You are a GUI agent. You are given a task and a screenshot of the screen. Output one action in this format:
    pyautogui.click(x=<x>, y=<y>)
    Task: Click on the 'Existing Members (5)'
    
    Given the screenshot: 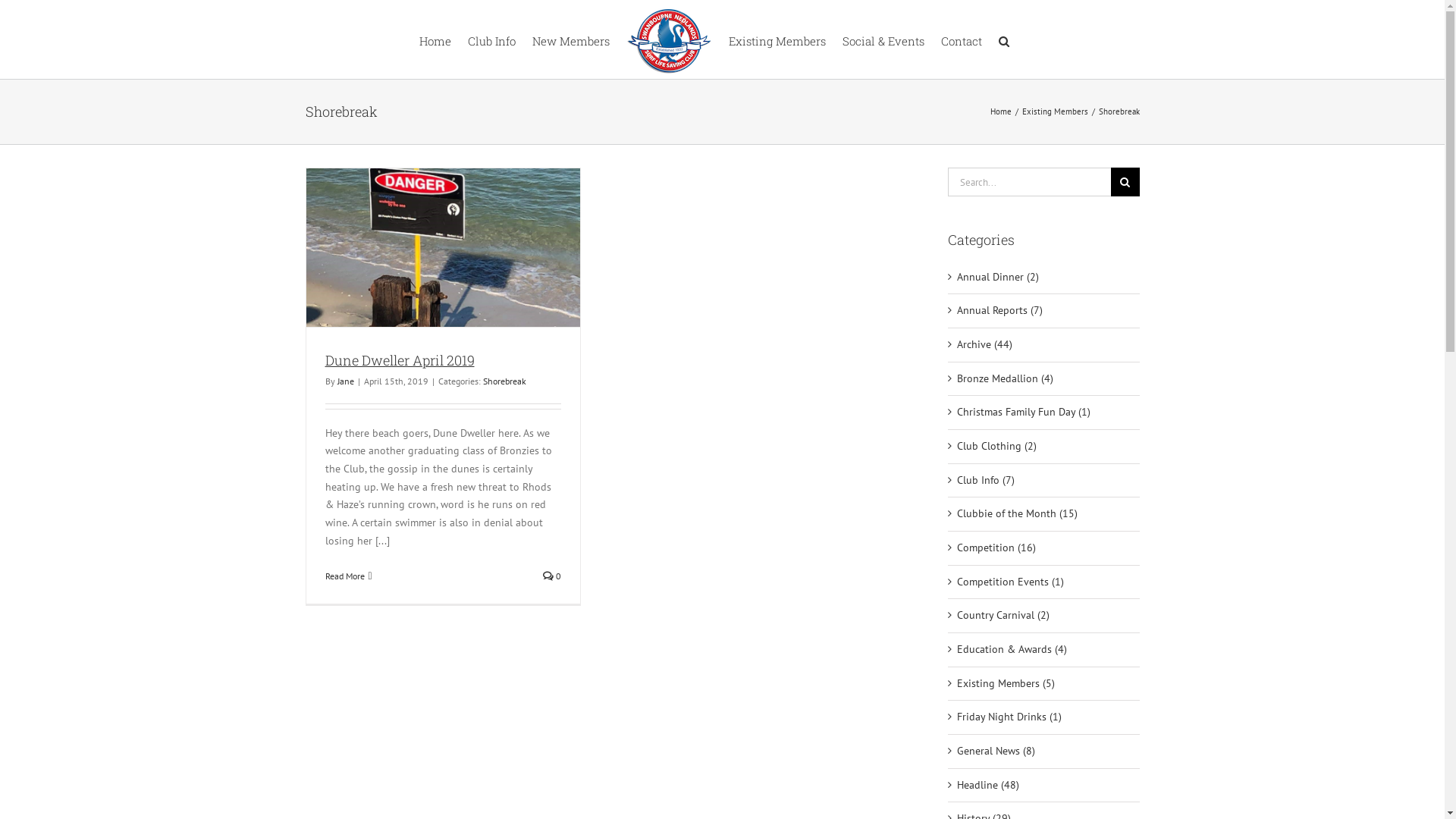 What is the action you would take?
    pyautogui.click(x=1043, y=684)
    